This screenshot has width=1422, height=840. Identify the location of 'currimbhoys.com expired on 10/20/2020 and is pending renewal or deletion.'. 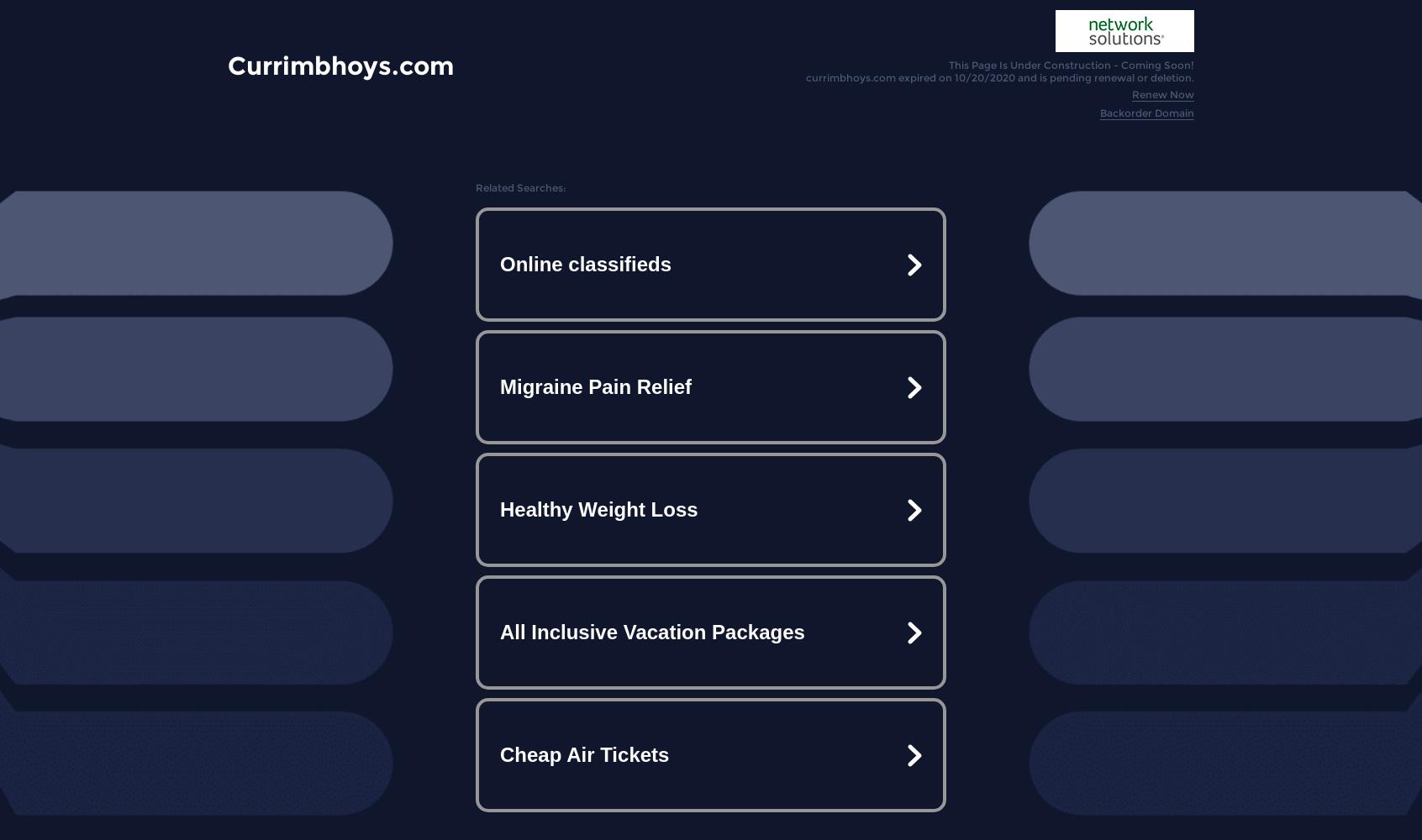
(998, 76).